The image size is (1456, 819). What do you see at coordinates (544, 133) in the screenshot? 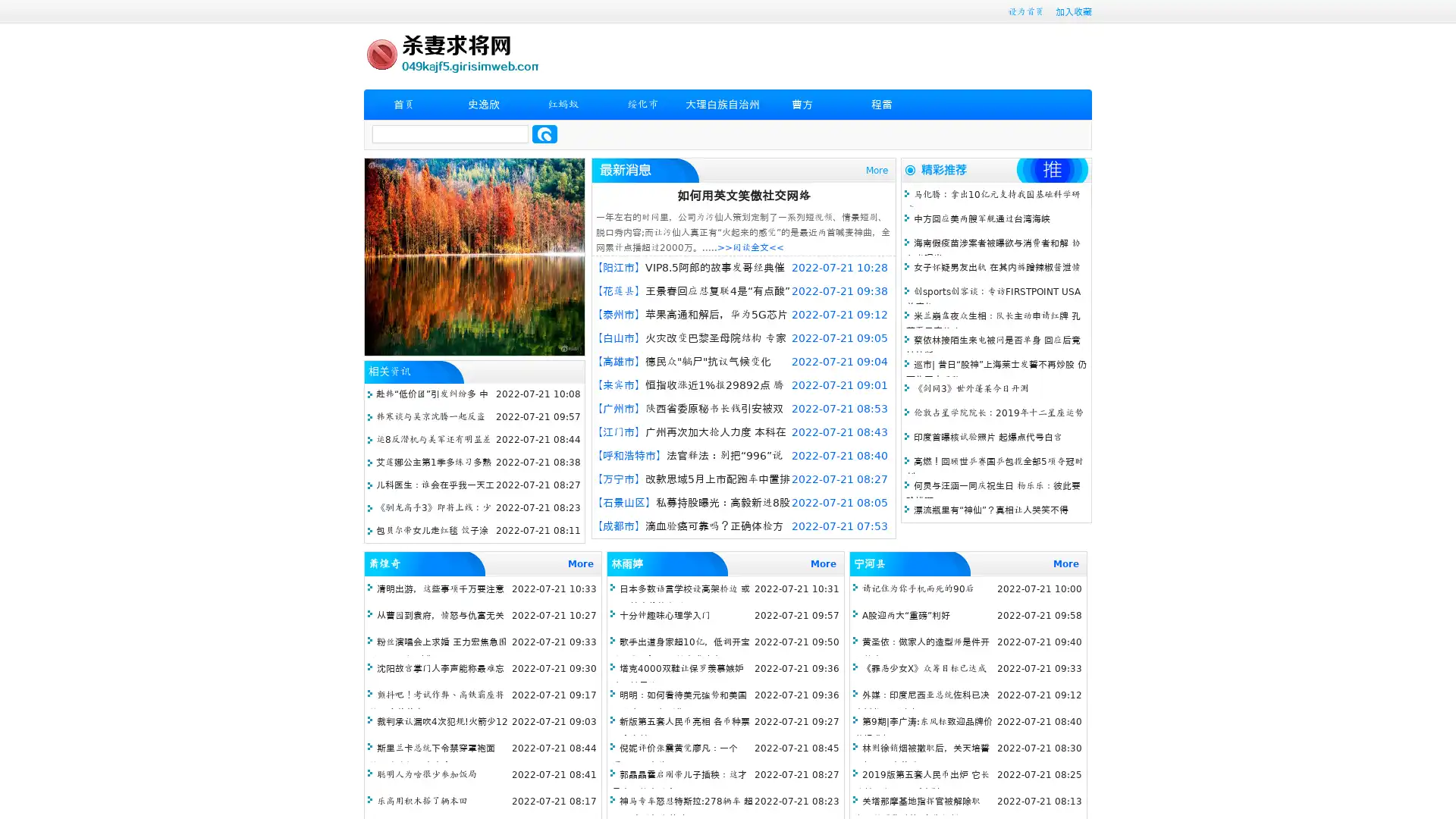
I see `Search` at bounding box center [544, 133].